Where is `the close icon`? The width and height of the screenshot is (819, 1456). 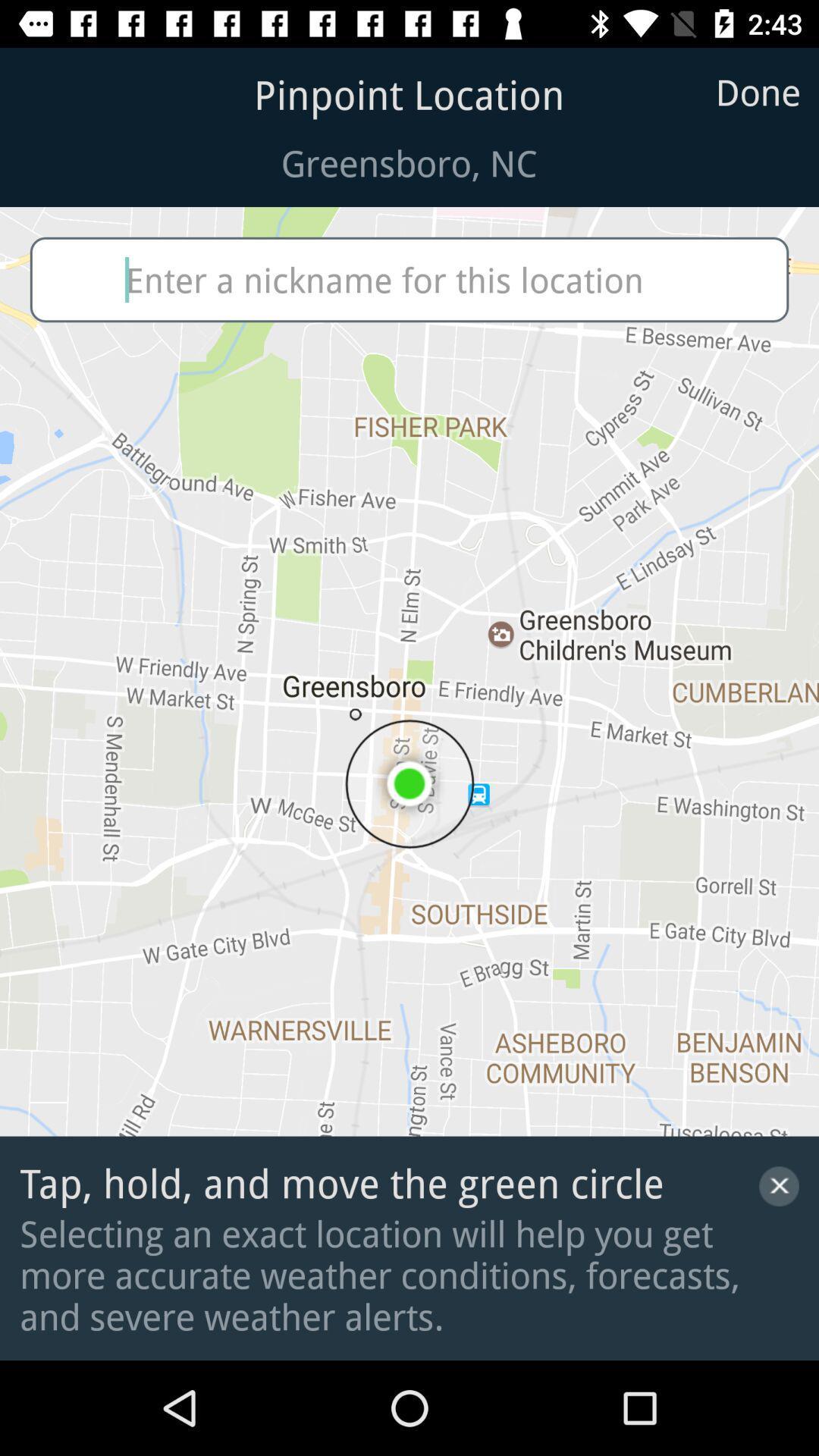
the close icon is located at coordinates (779, 1185).